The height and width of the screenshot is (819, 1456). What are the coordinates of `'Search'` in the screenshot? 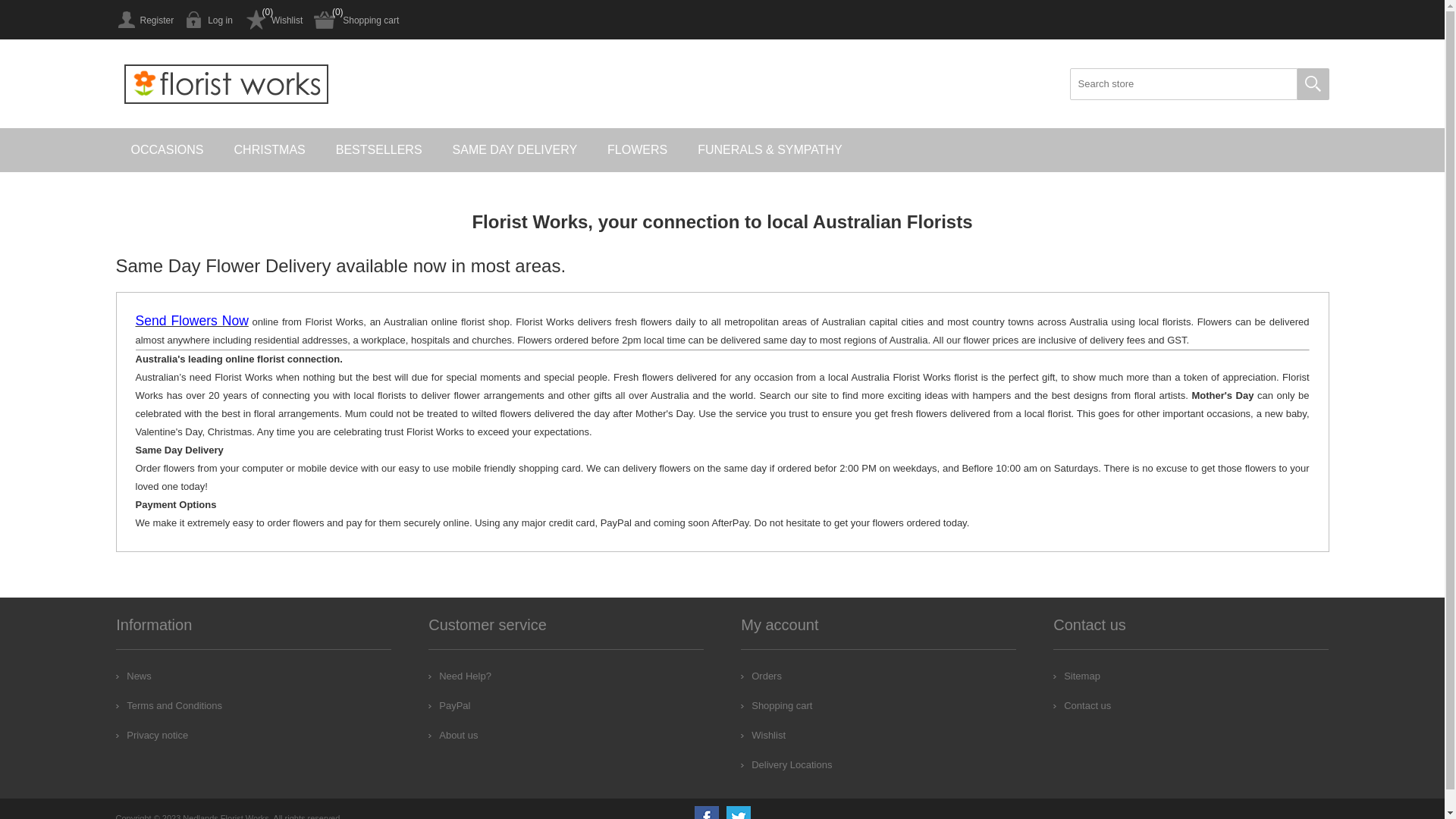 It's located at (1312, 84).